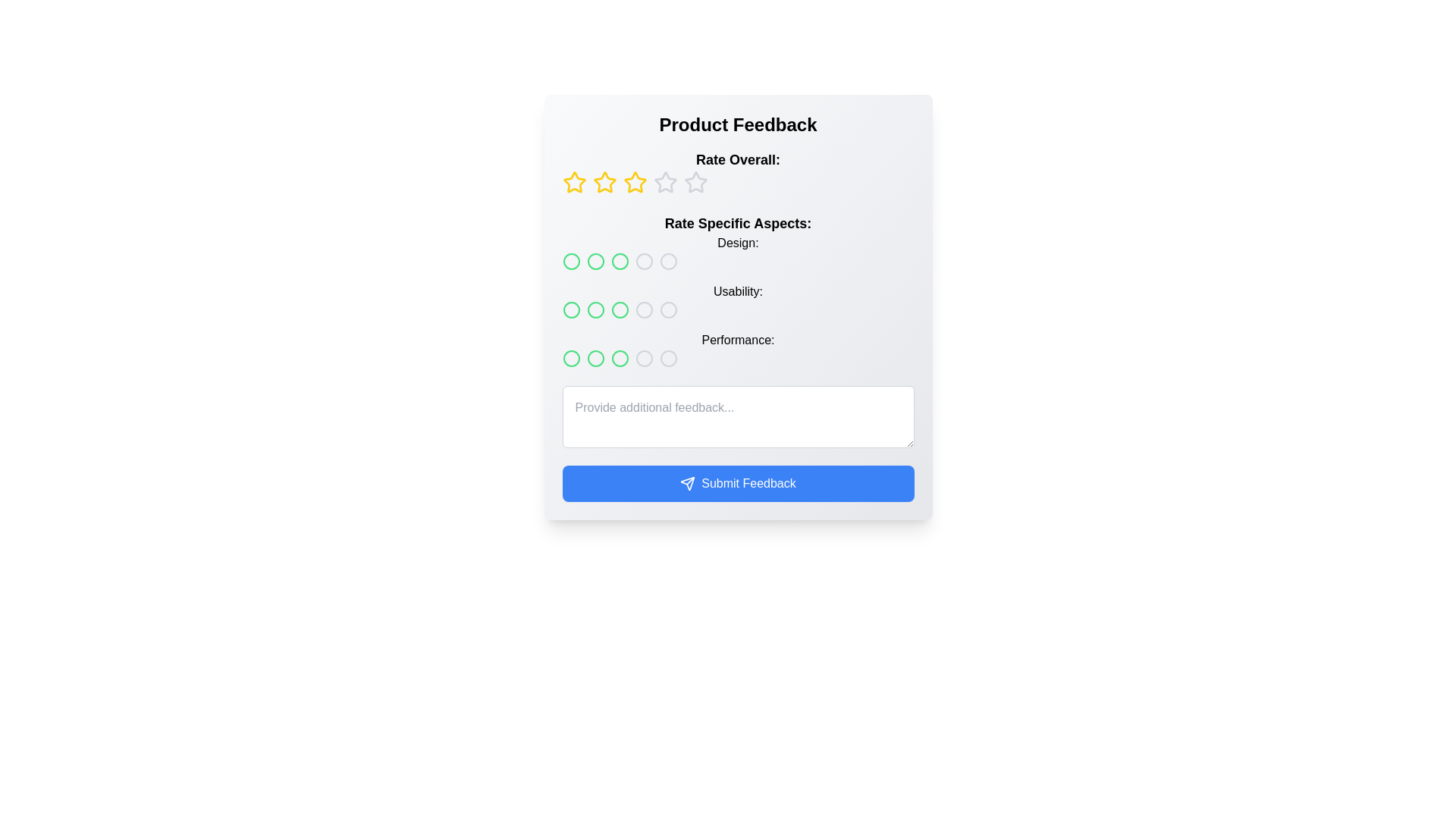 The image size is (1456, 819). I want to click on the text label displaying 'Design:' which is aligned centrally above the rating circles in the 'Rate Specific Aspects:' section, so click(738, 251).